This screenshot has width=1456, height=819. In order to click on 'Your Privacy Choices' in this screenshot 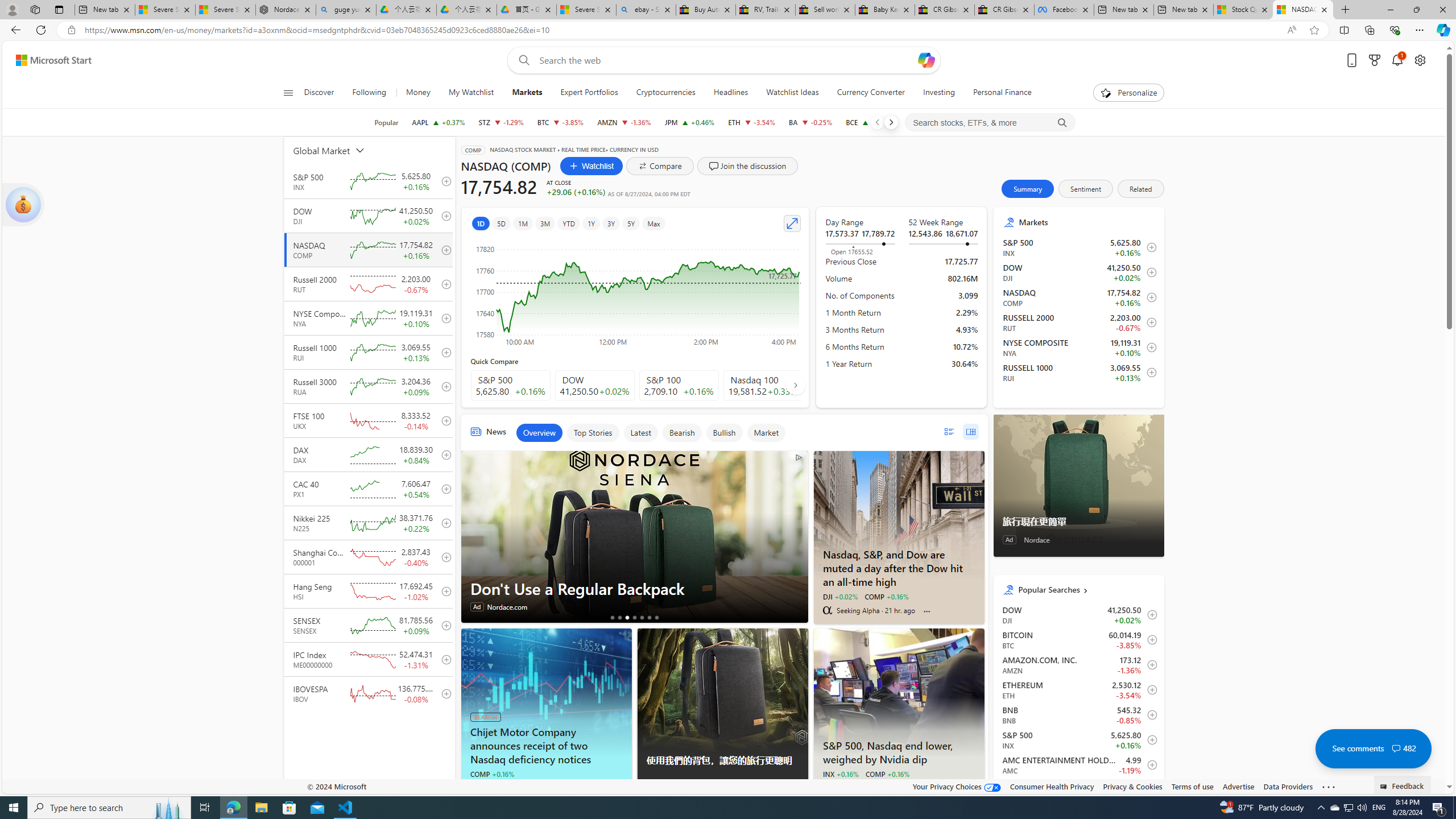, I will do `click(957, 786)`.